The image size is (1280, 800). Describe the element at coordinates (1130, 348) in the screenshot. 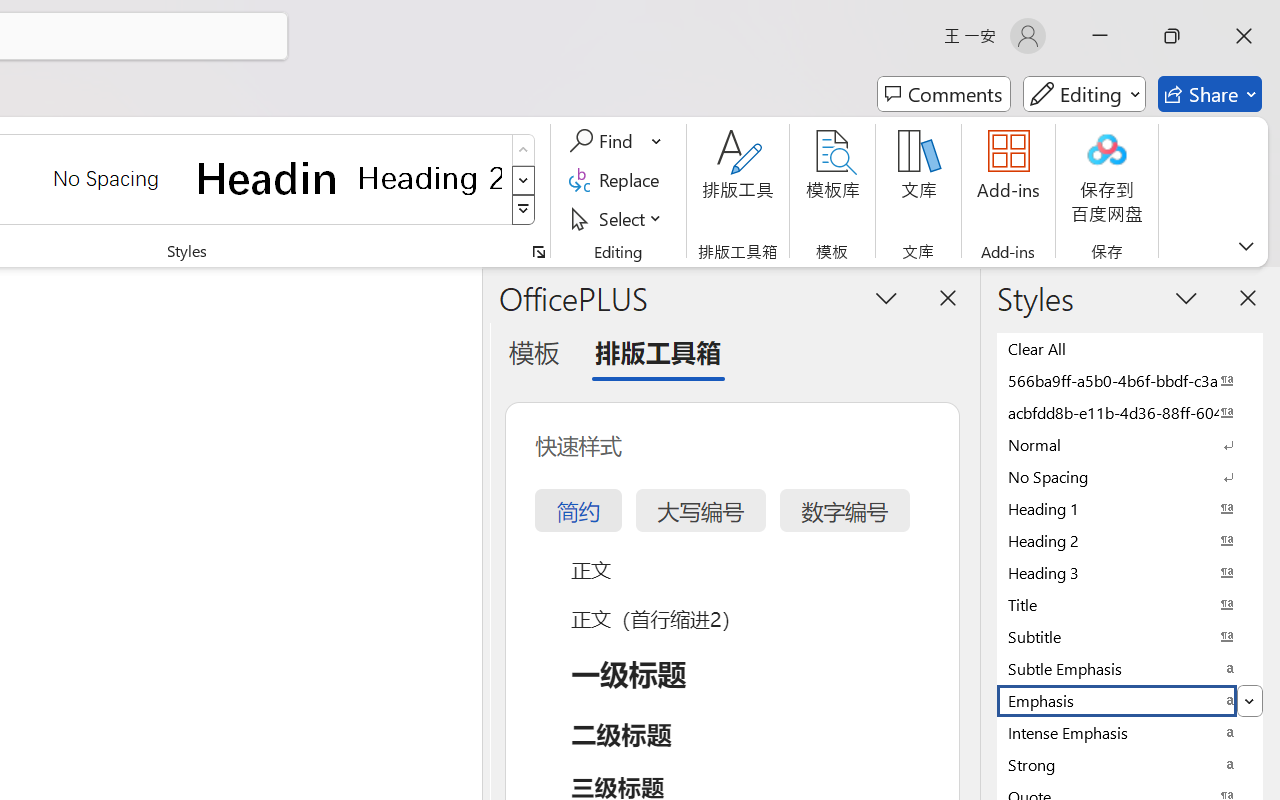

I see `'Clear All'` at that location.